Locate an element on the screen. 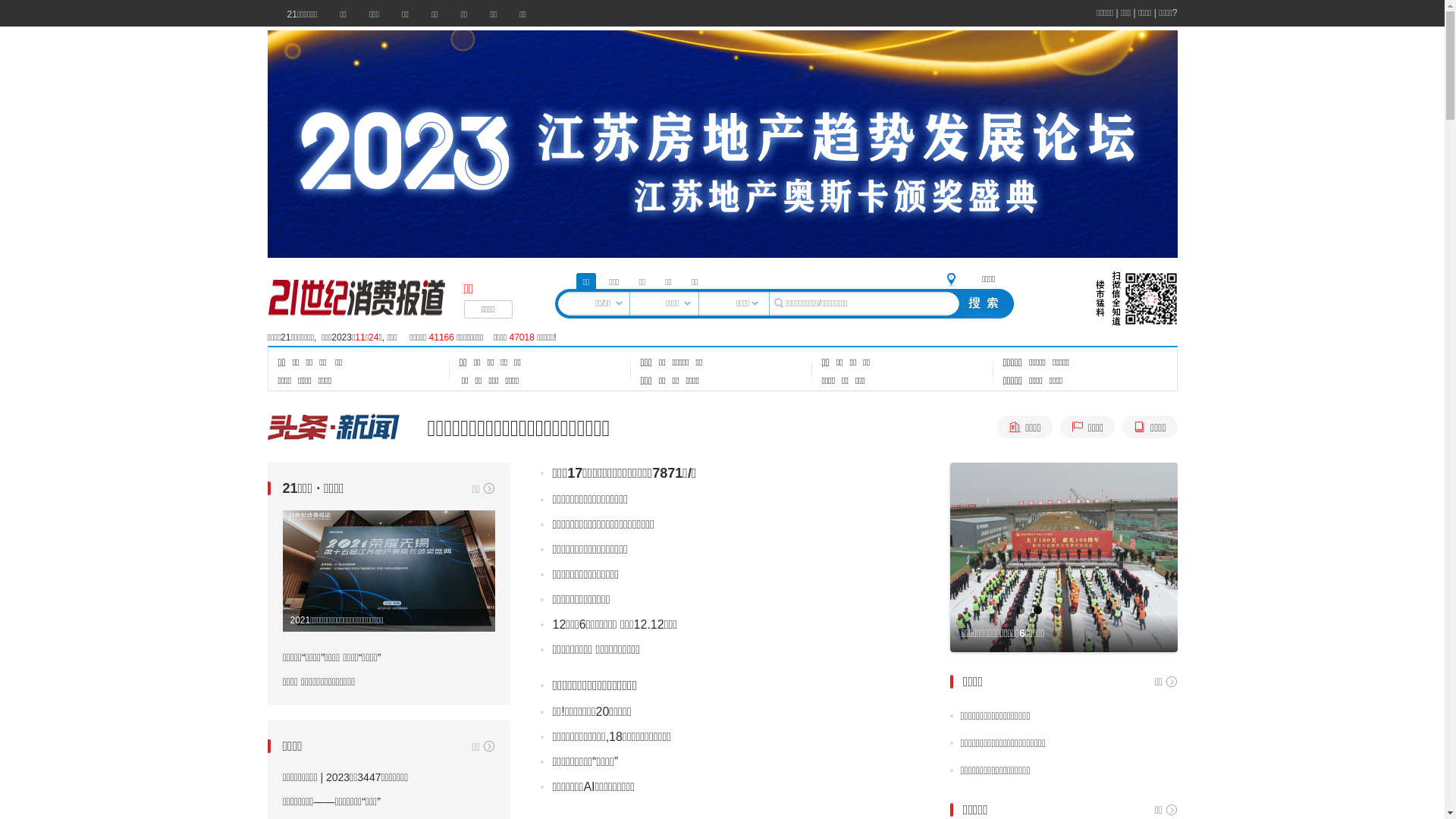 The image size is (1456, 819). '4' is located at coordinates (1071, 609).